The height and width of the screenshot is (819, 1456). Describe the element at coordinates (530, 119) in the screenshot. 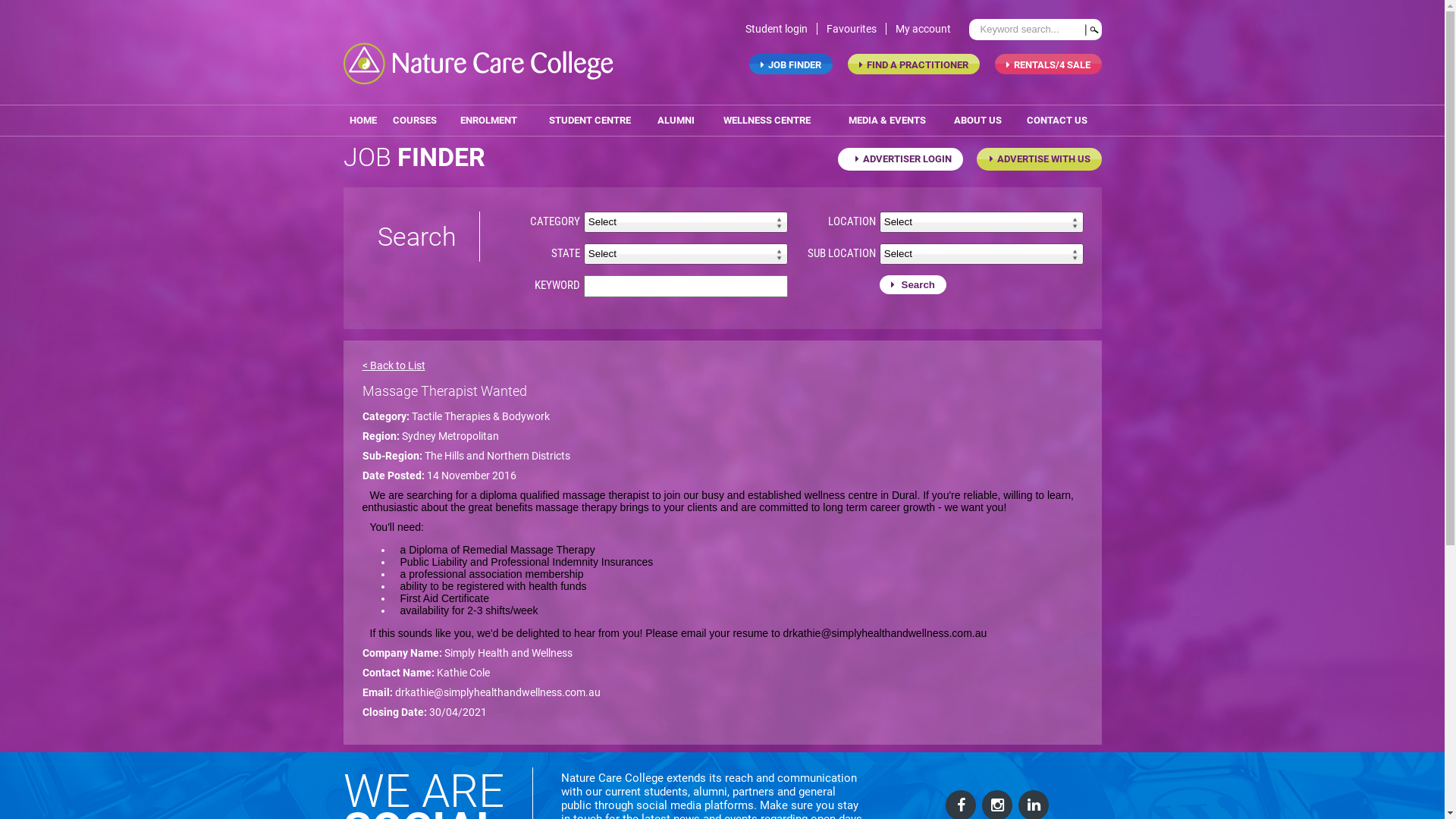

I see `'STUDENT CENTRE'` at that location.